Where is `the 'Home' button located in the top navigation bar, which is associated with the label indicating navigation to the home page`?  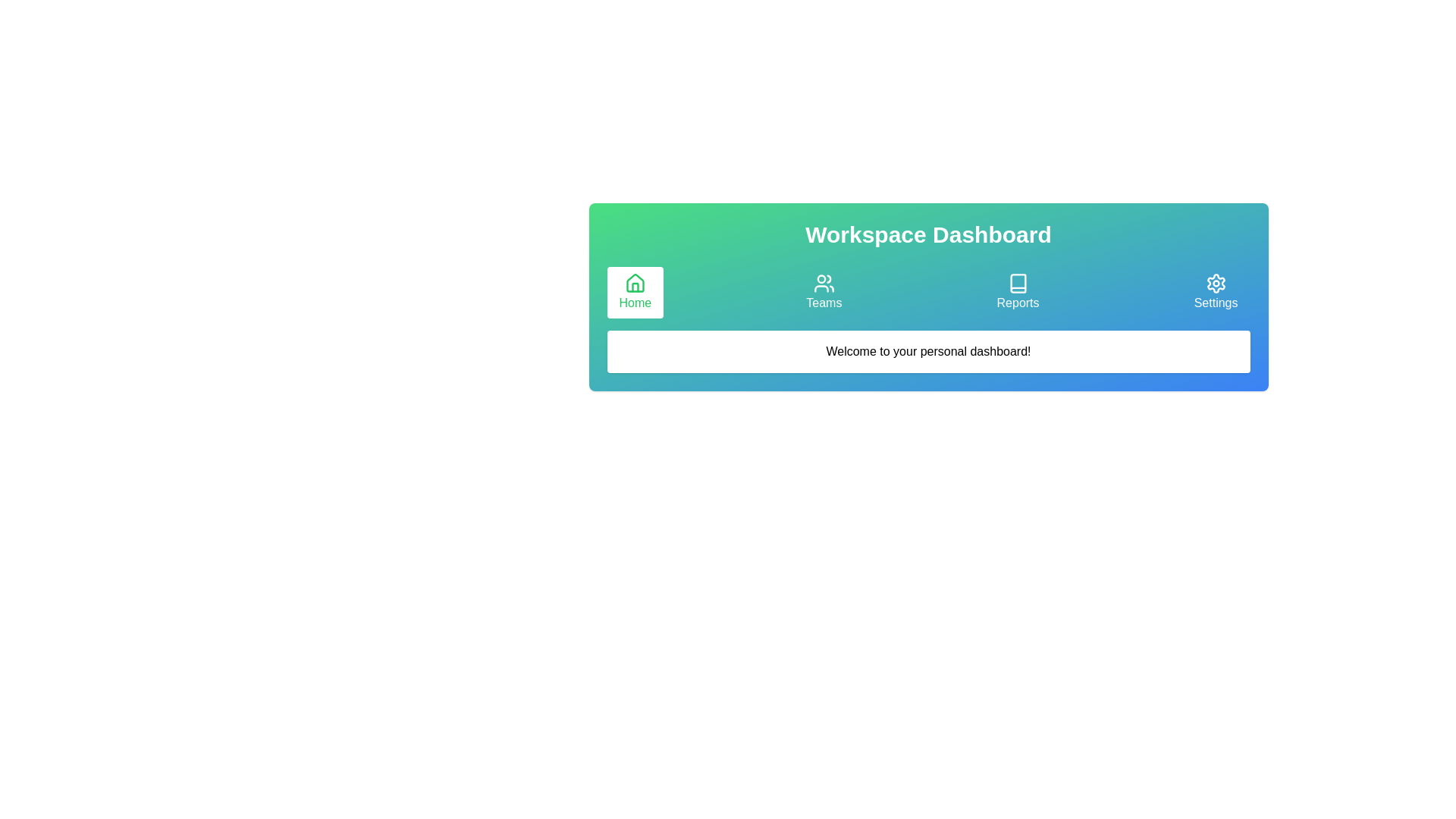 the 'Home' button located in the top navigation bar, which is associated with the label indicating navigation to the home page is located at coordinates (635, 303).